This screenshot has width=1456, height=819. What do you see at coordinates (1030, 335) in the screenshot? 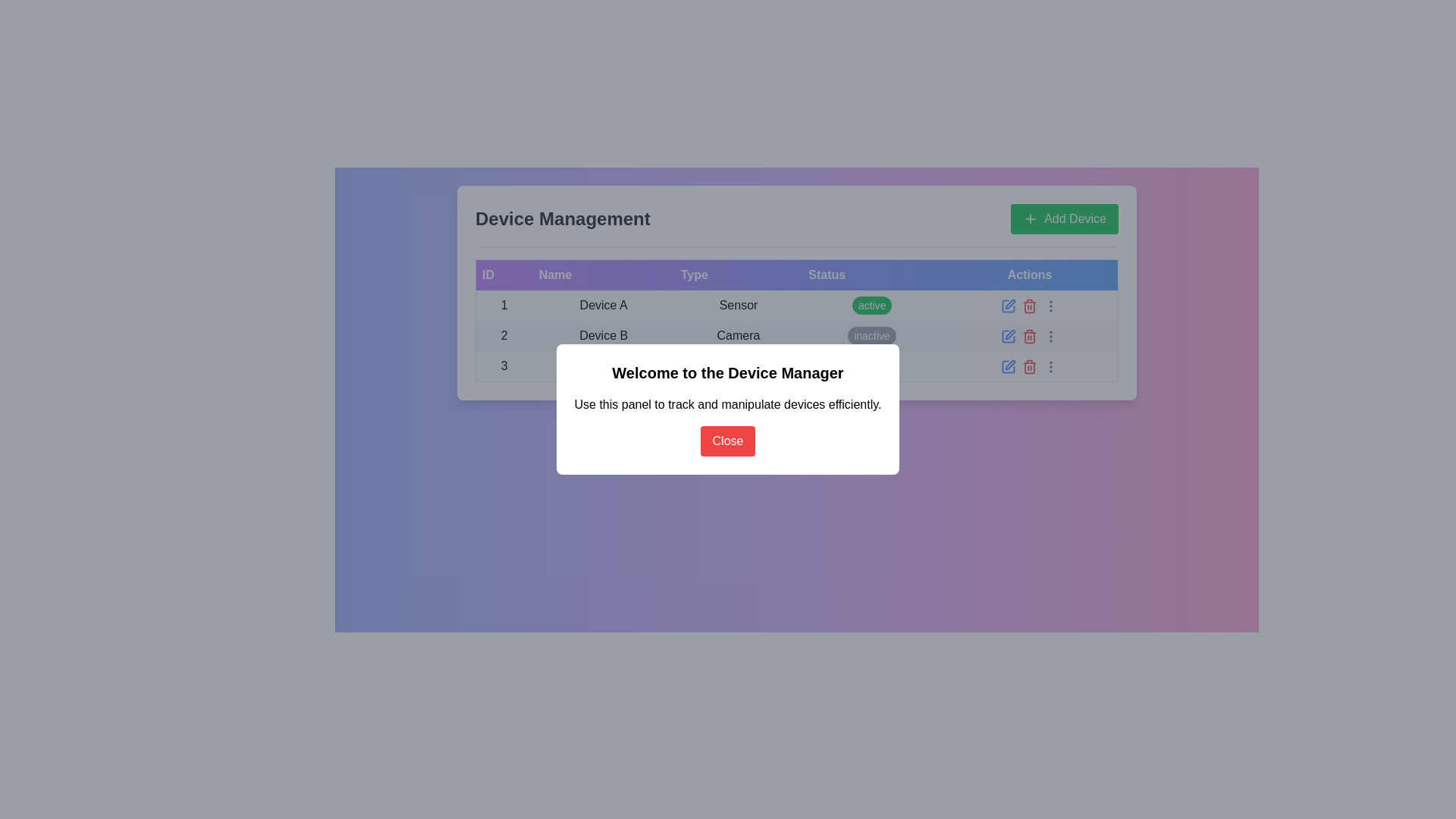
I see `the icon-based button in the Actions column of the second row` at bounding box center [1030, 335].